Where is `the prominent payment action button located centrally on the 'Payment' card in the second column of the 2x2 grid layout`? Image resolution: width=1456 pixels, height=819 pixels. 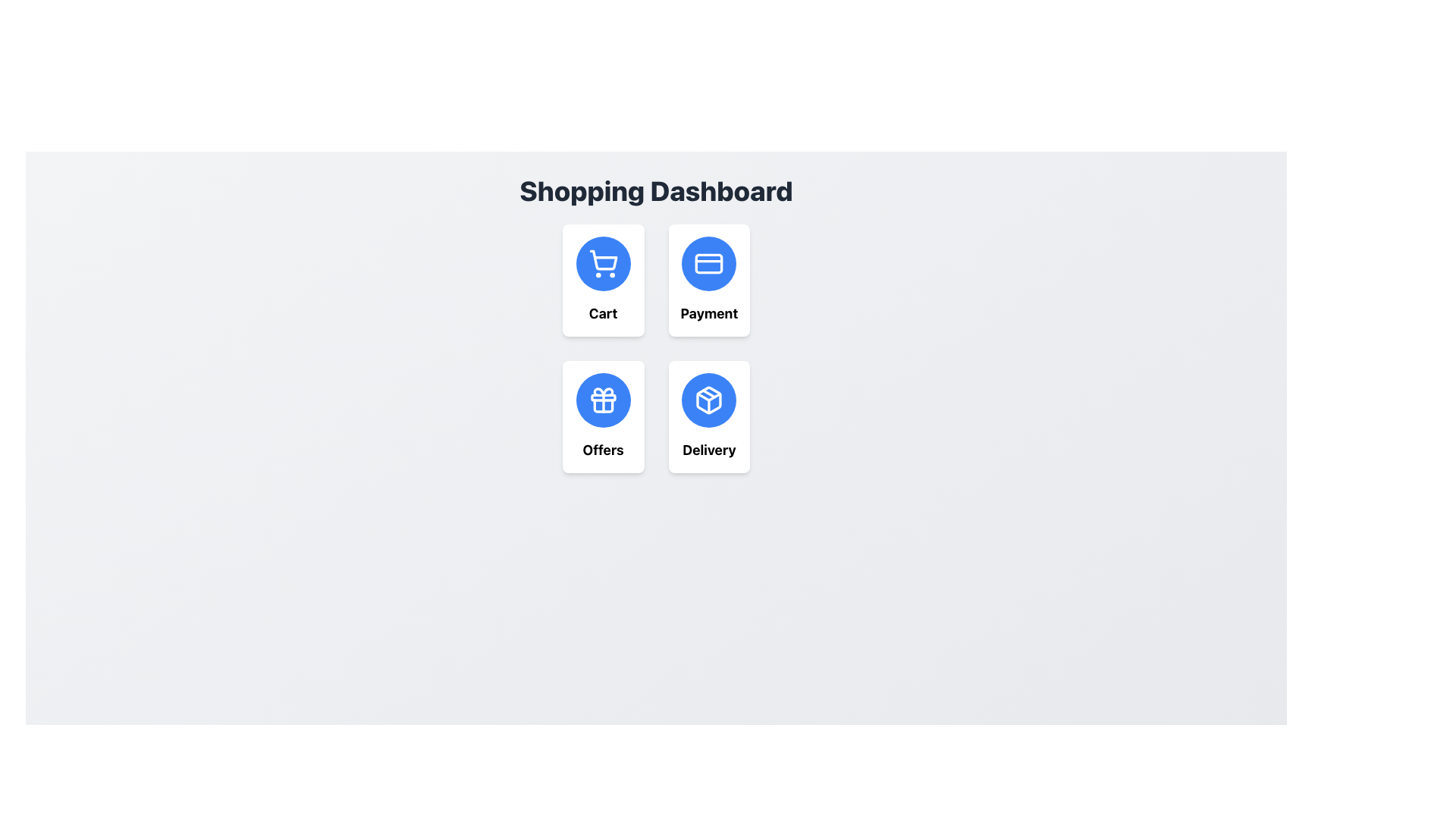 the prominent payment action button located centrally on the 'Payment' card in the second column of the 2x2 grid layout is located at coordinates (708, 262).